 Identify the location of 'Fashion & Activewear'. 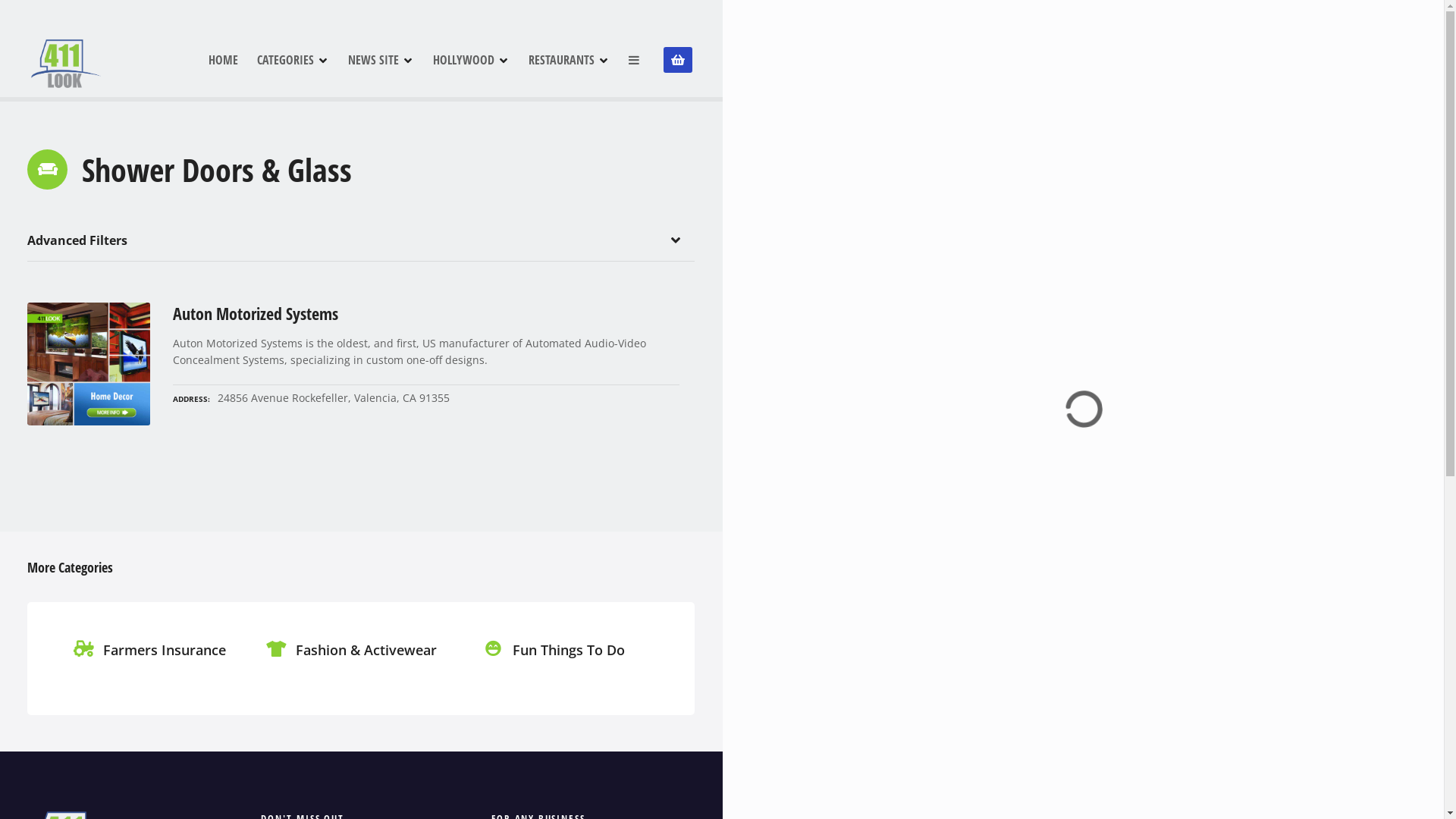
(354, 667).